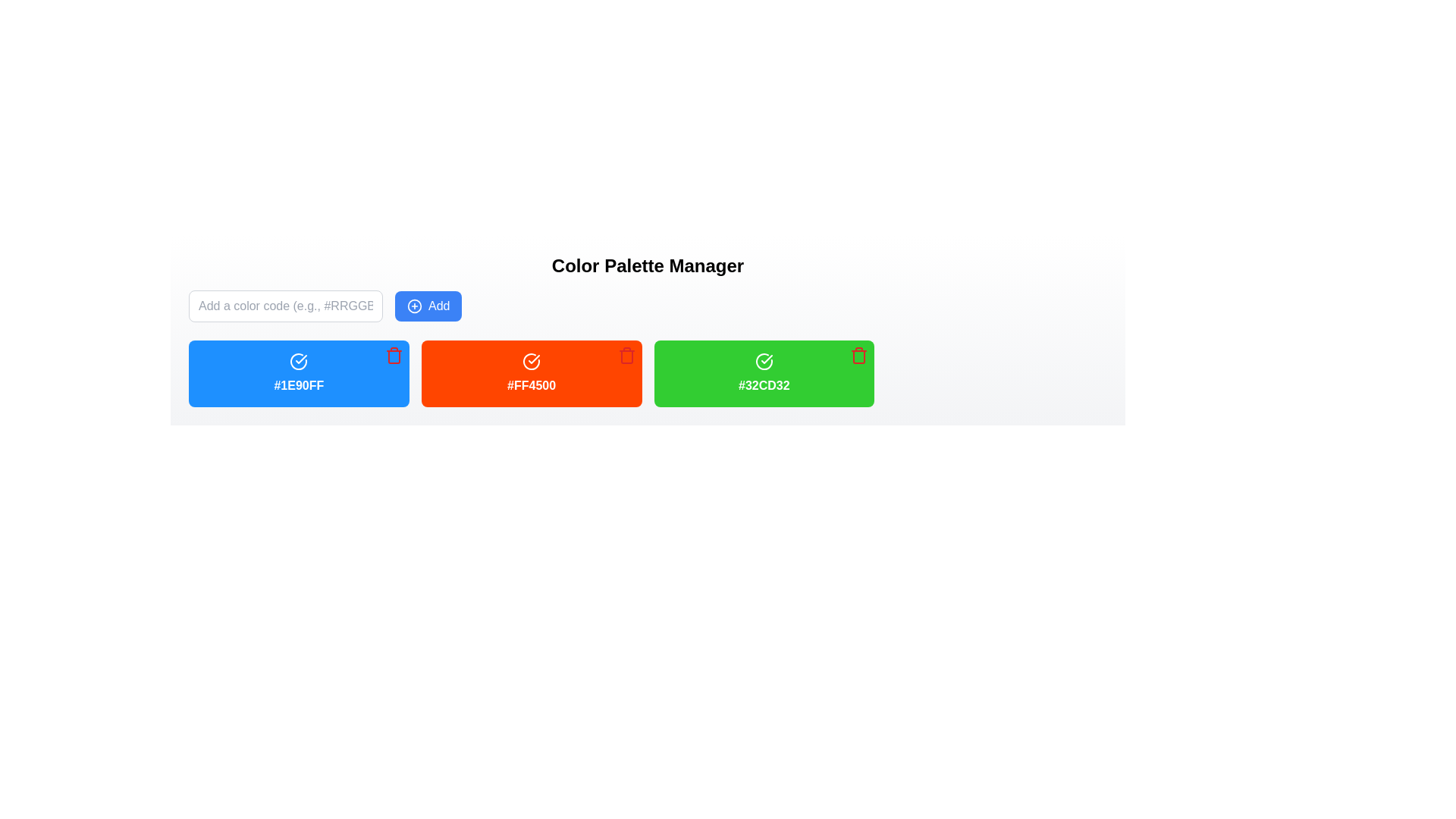  I want to click on the text element that displays the color code for the blue color palette, which is centrally aligned below a check icon in the first color item from the left, so click(299, 385).